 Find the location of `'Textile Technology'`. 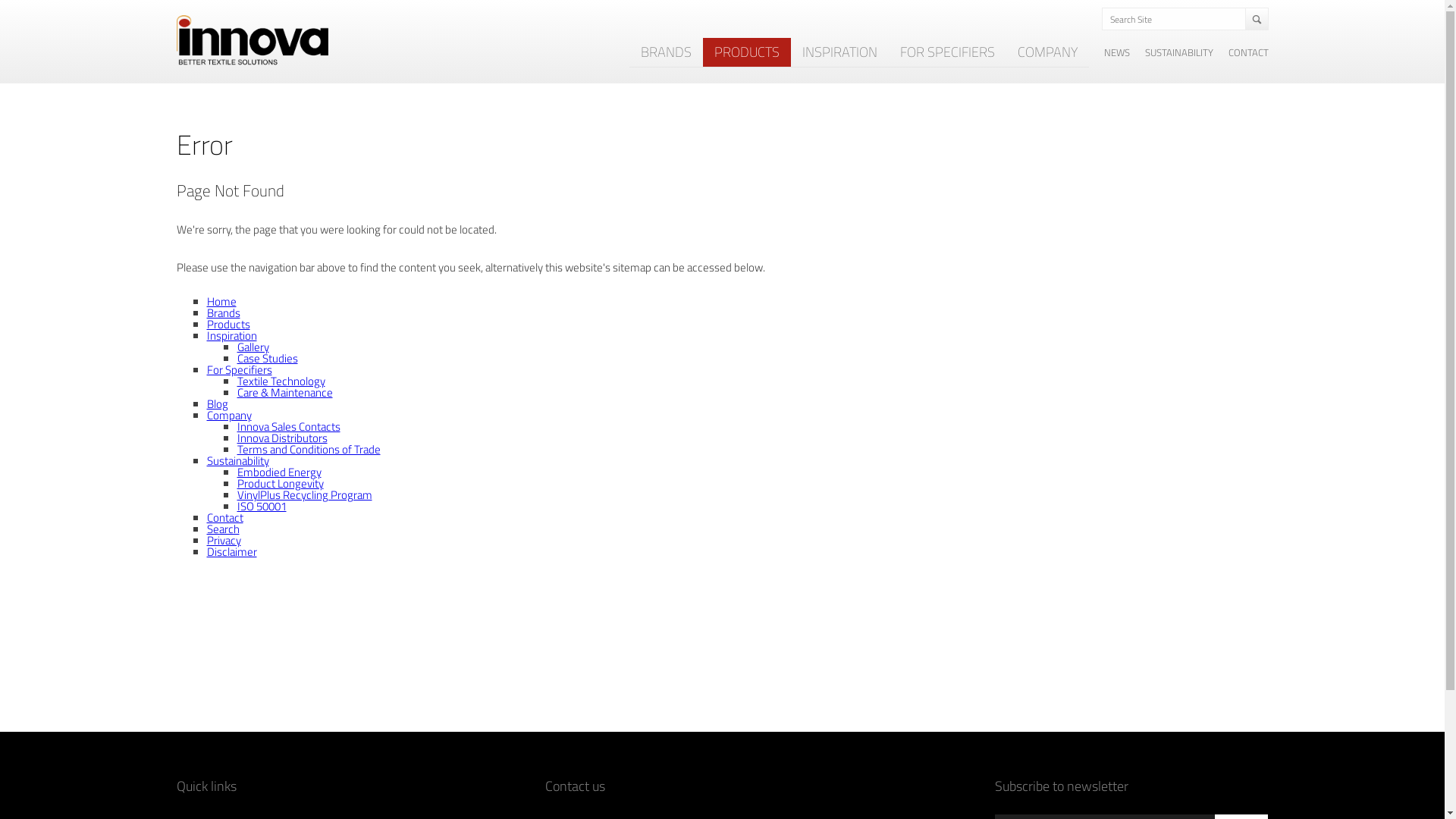

'Textile Technology' is located at coordinates (236, 380).